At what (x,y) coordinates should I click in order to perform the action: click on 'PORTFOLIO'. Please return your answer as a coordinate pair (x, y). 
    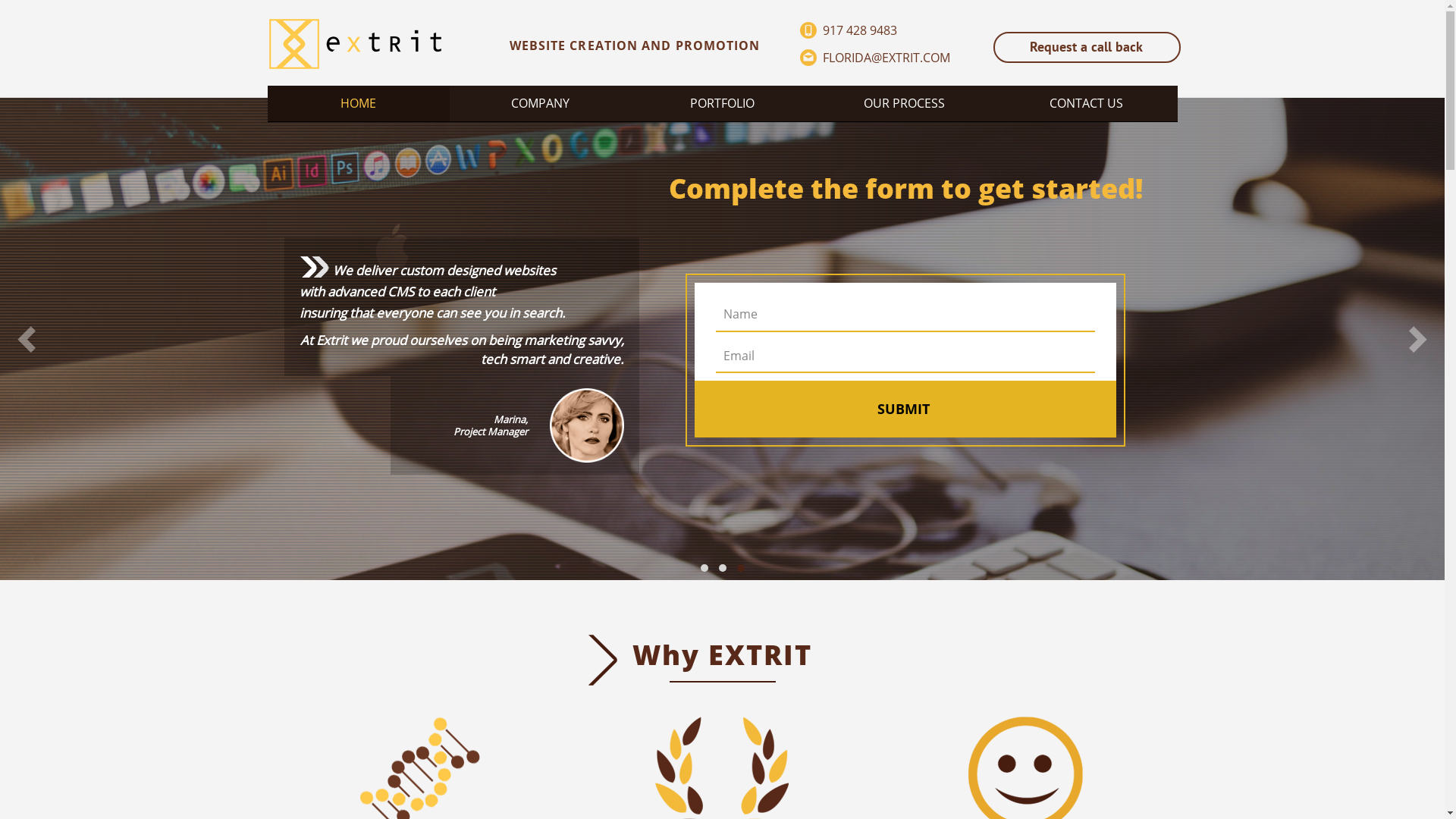
    Looking at the image, I should click on (720, 102).